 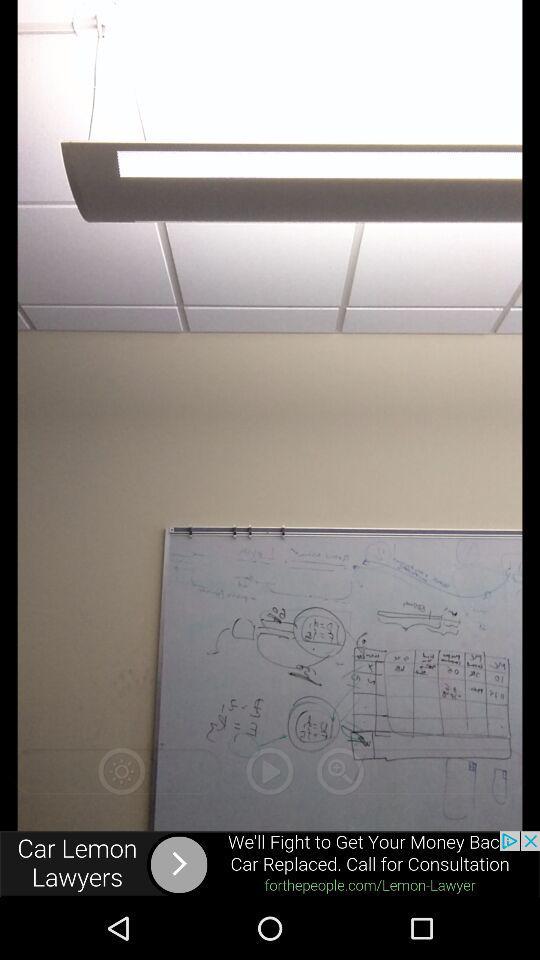 I want to click on autoplay option, so click(x=270, y=770).